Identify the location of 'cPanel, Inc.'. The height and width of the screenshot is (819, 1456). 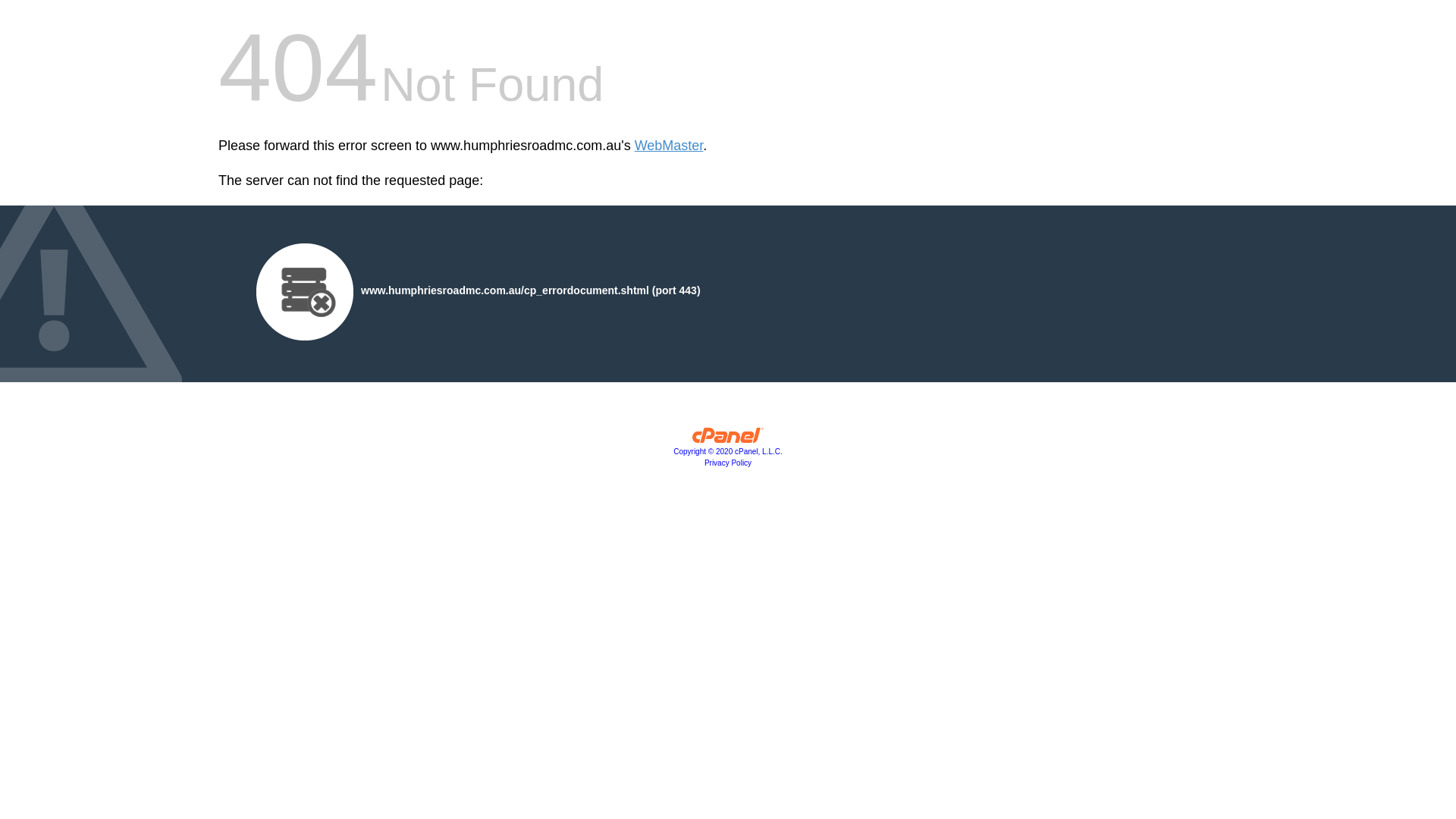
(728, 438).